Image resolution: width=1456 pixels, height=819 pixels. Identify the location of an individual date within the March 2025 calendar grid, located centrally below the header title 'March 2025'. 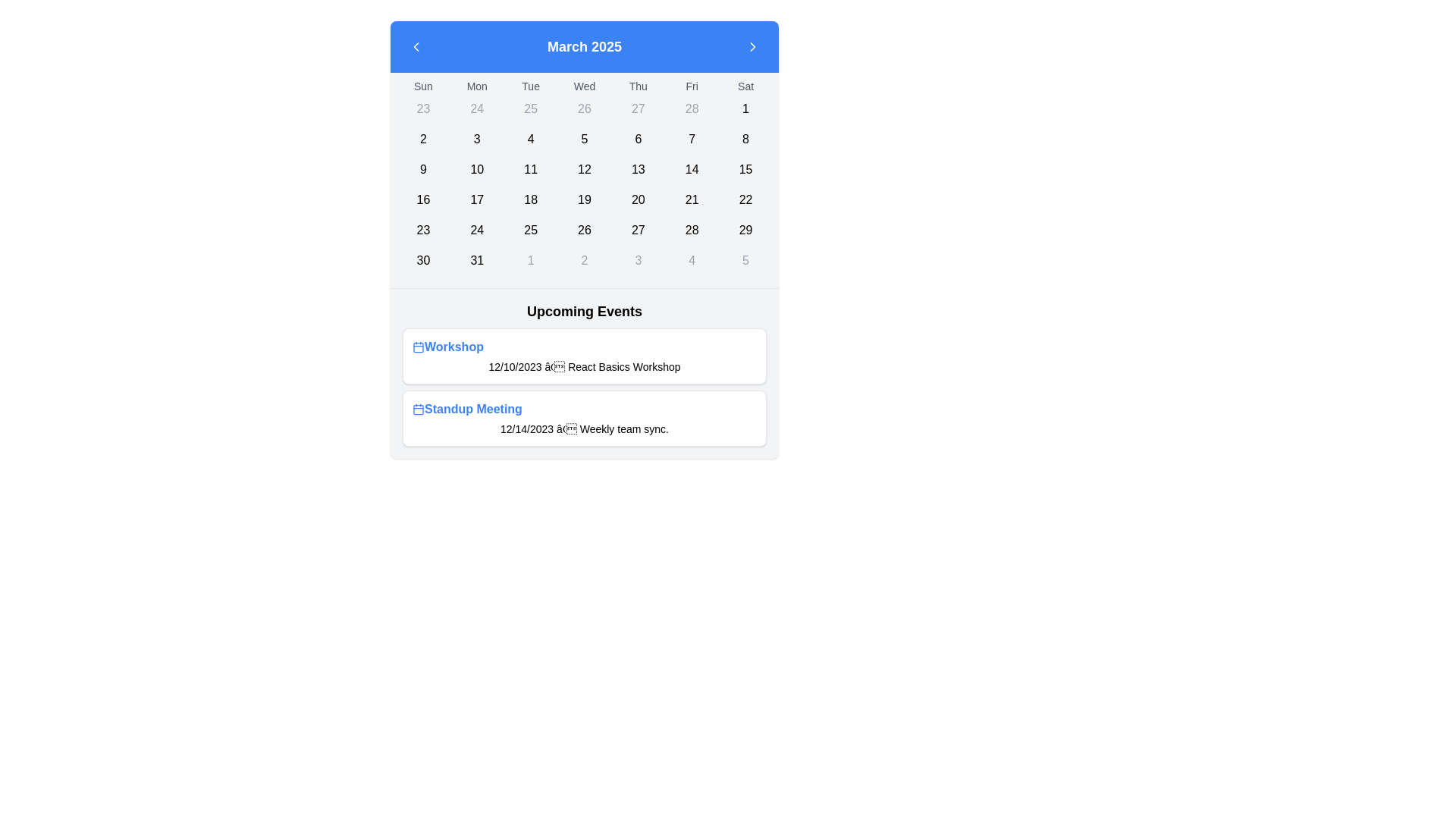
(584, 177).